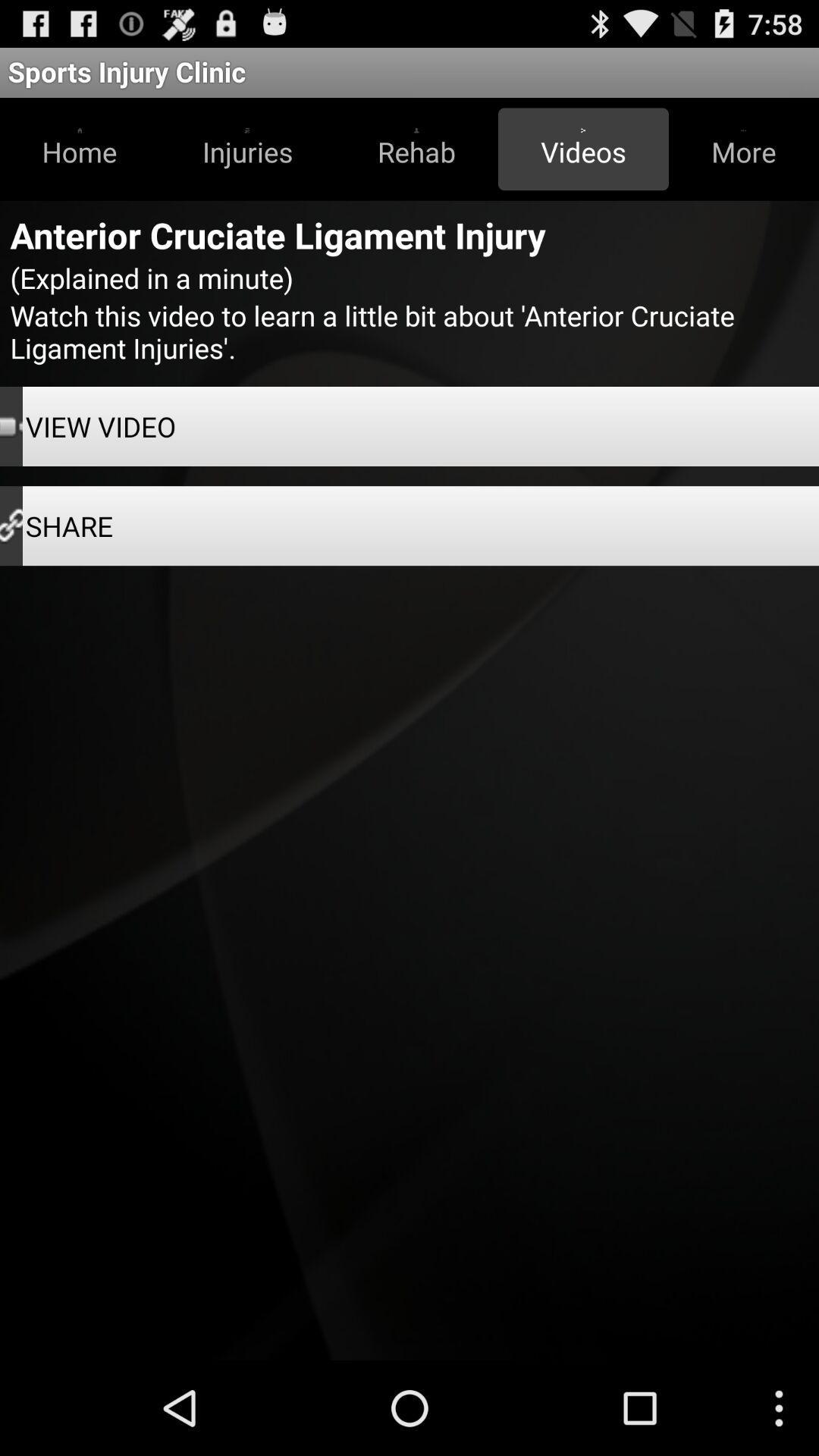 This screenshot has width=819, height=1456. Describe the element at coordinates (742, 149) in the screenshot. I see `icon next to the videos icon` at that location.